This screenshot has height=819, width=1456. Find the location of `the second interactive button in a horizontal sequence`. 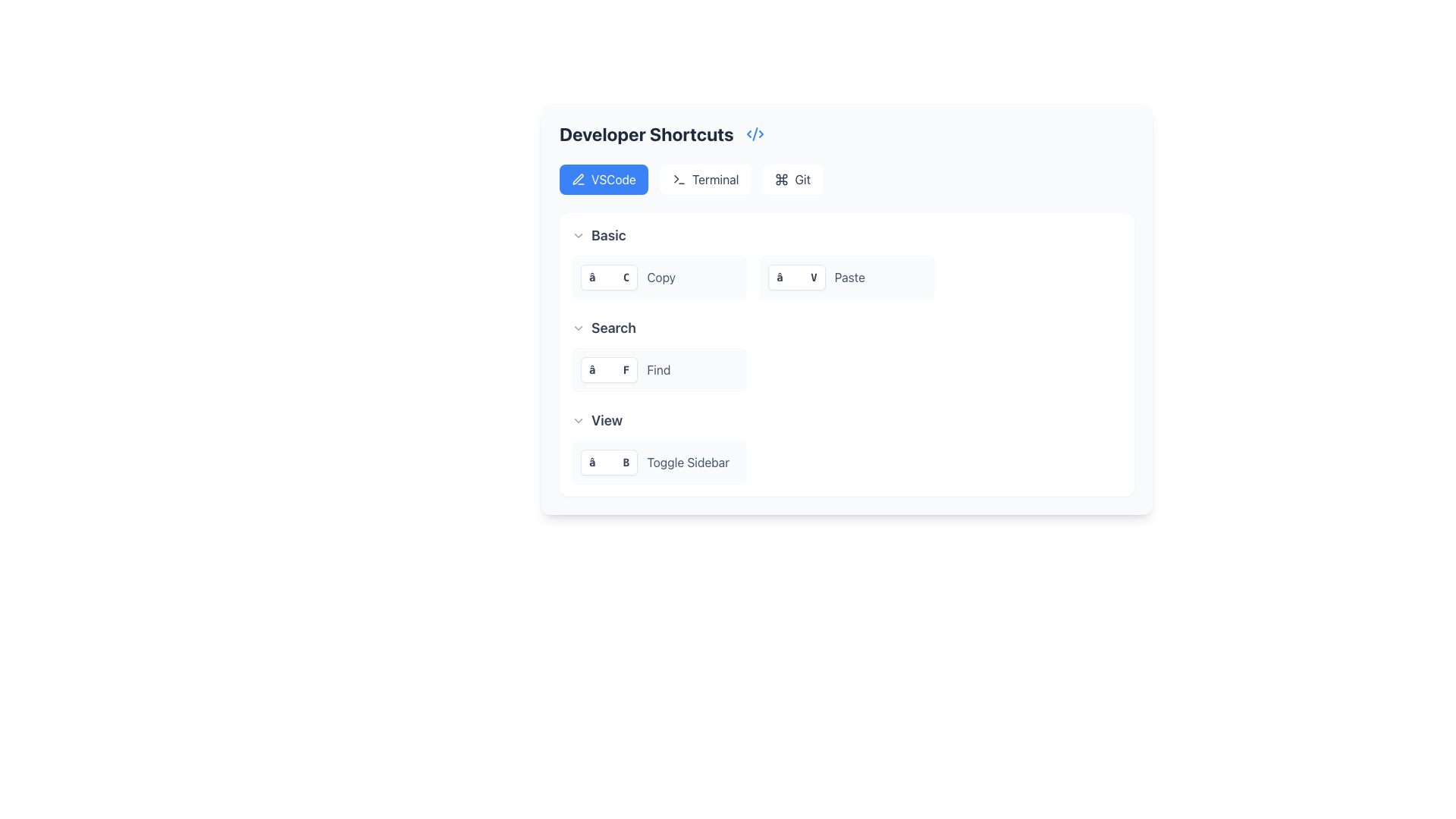

the second interactive button in a horizontal sequence is located at coordinates (704, 178).